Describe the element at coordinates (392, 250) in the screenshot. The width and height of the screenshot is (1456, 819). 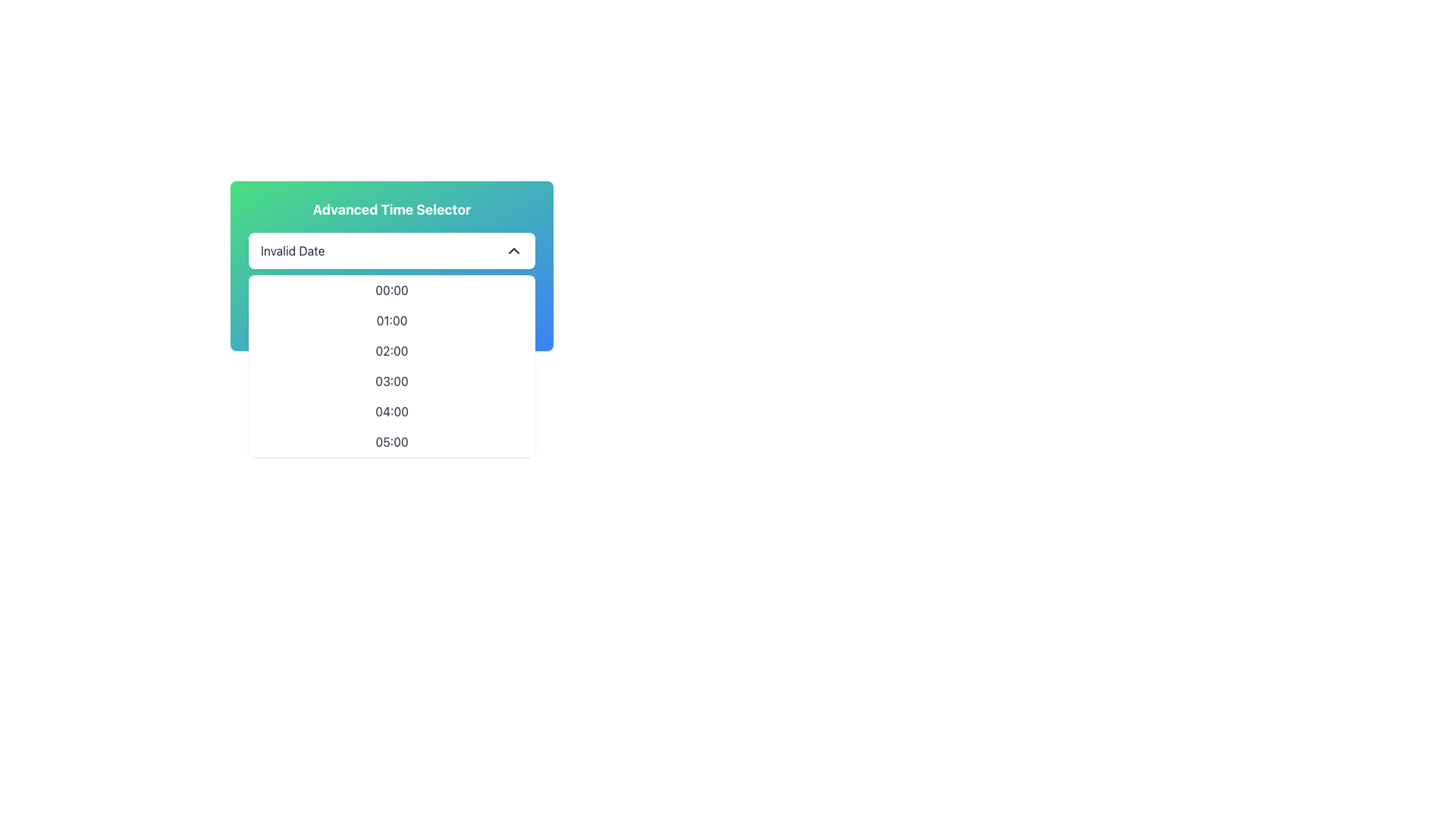
I see `the dropdown menu located below the title 'Advanced Time Selector', which allows users to select a time or date from a list` at that location.